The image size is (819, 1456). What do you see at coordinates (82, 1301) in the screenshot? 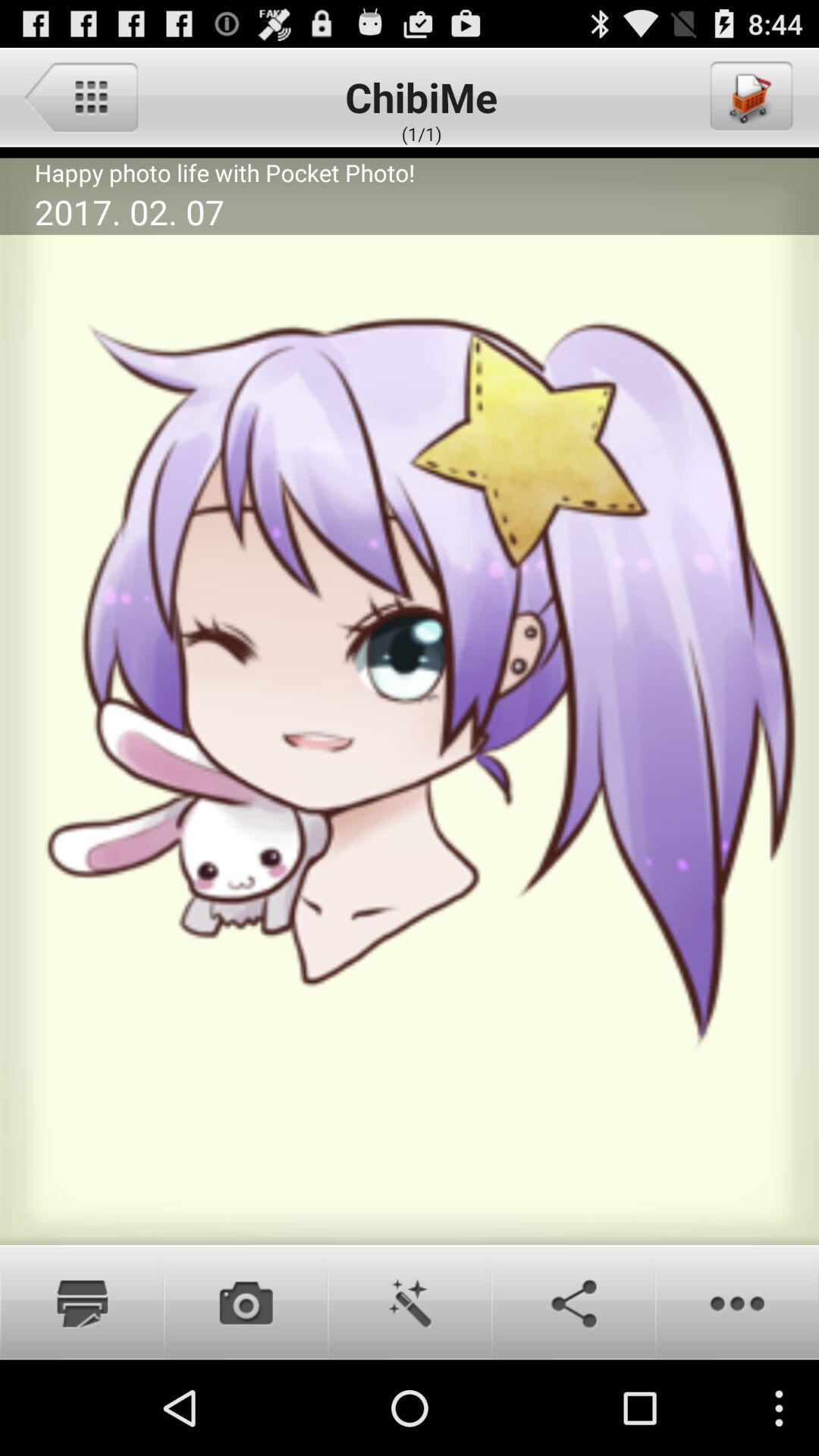
I see `photo` at bounding box center [82, 1301].